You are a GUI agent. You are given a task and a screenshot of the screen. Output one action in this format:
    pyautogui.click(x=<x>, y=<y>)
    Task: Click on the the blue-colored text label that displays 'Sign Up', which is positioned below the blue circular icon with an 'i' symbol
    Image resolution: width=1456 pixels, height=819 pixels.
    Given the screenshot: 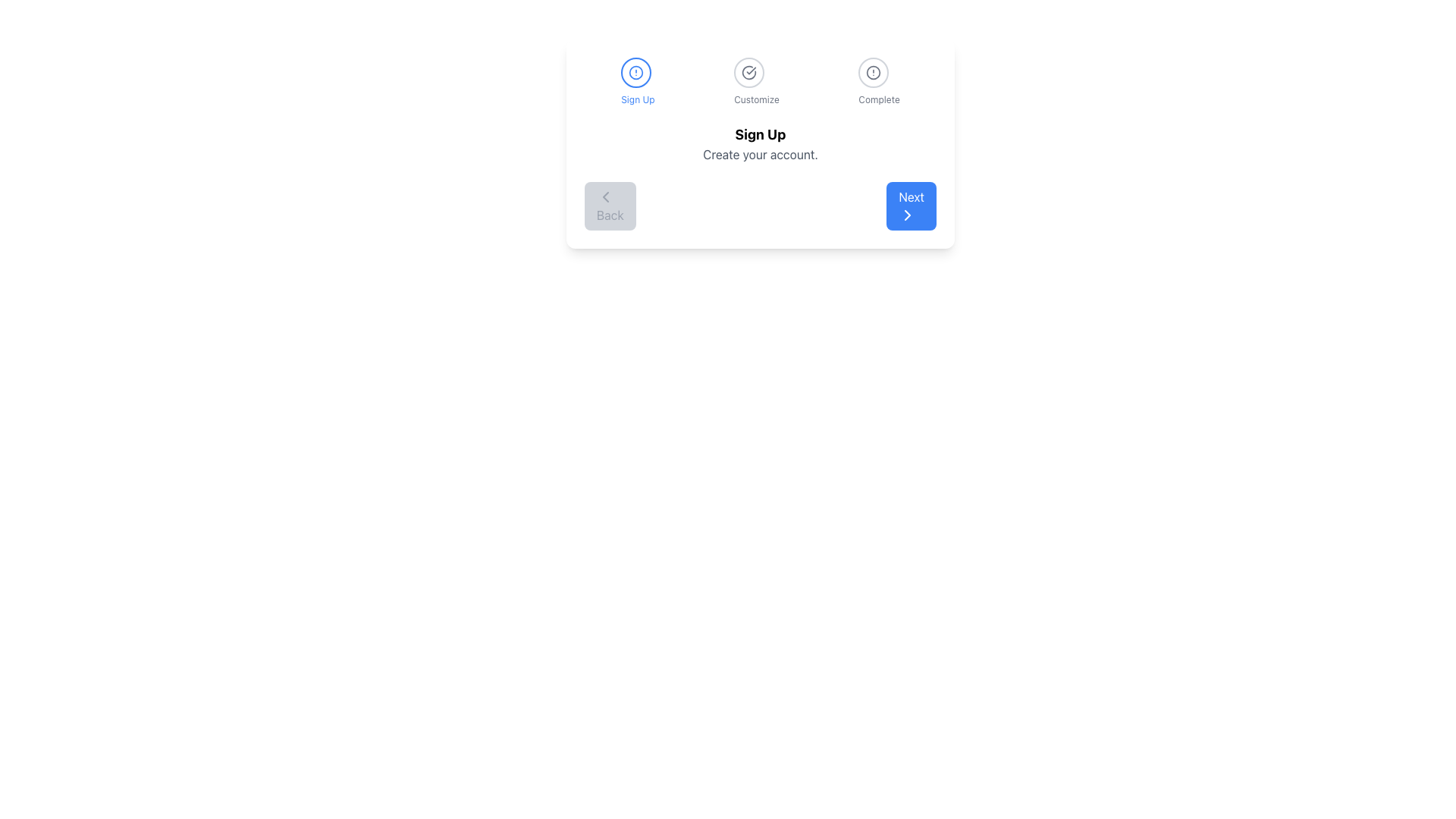 What is the action you would take?
    pyautogui.click(x=638, y=99)
    